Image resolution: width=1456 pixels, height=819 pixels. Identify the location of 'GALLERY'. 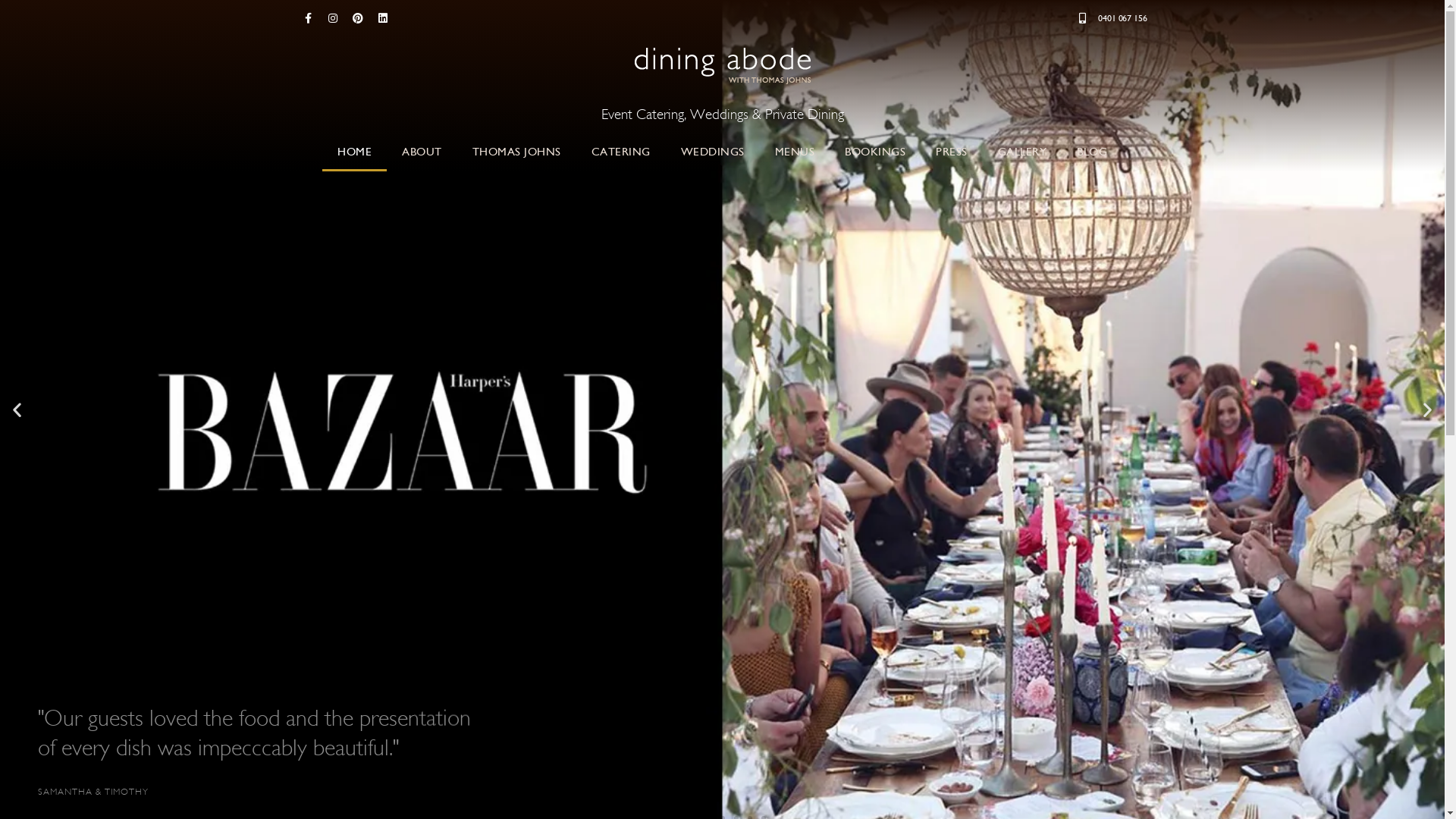
(1022, 152).